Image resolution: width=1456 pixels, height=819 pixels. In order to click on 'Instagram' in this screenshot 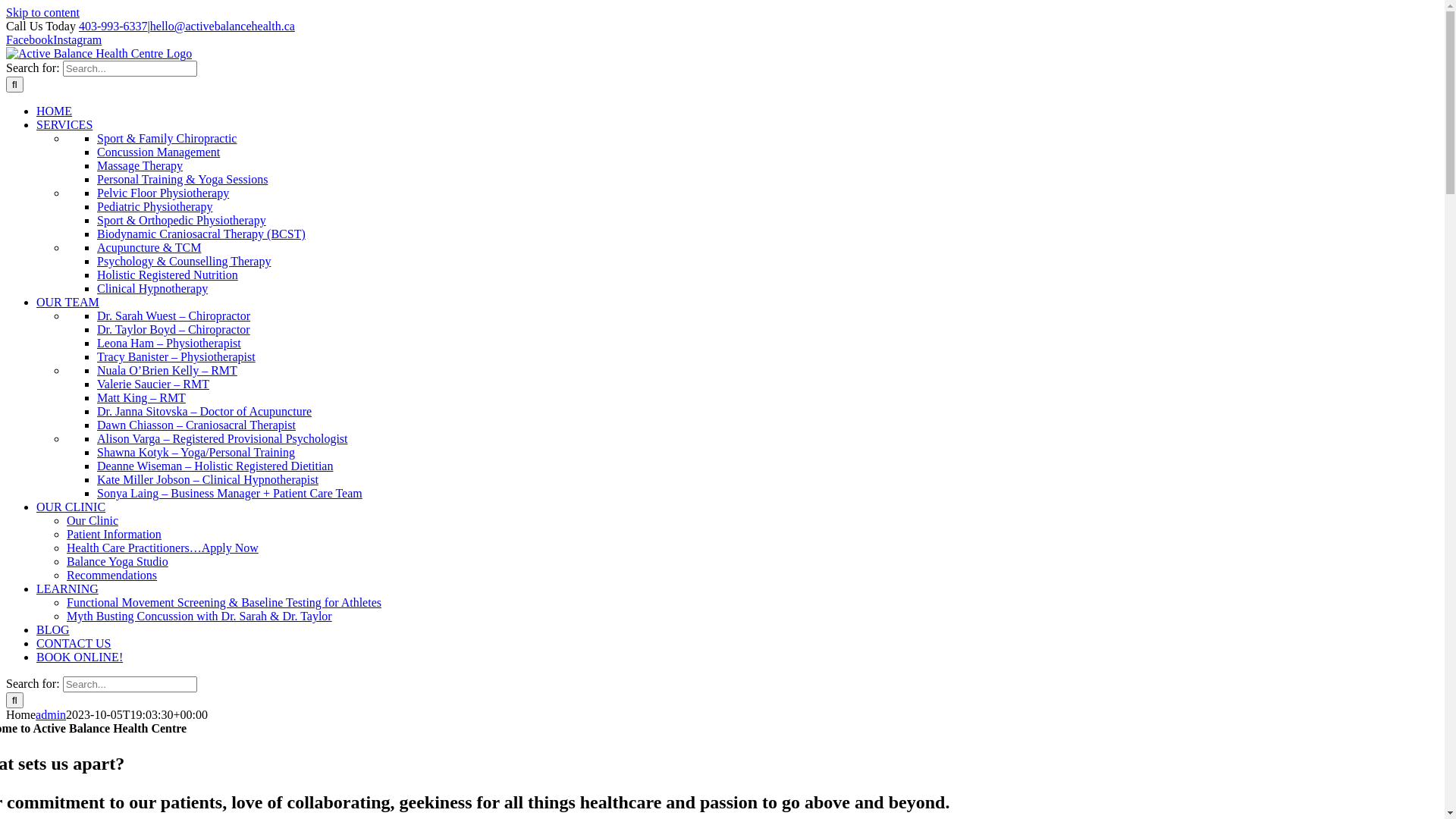, I will do `click(76, 39)`.